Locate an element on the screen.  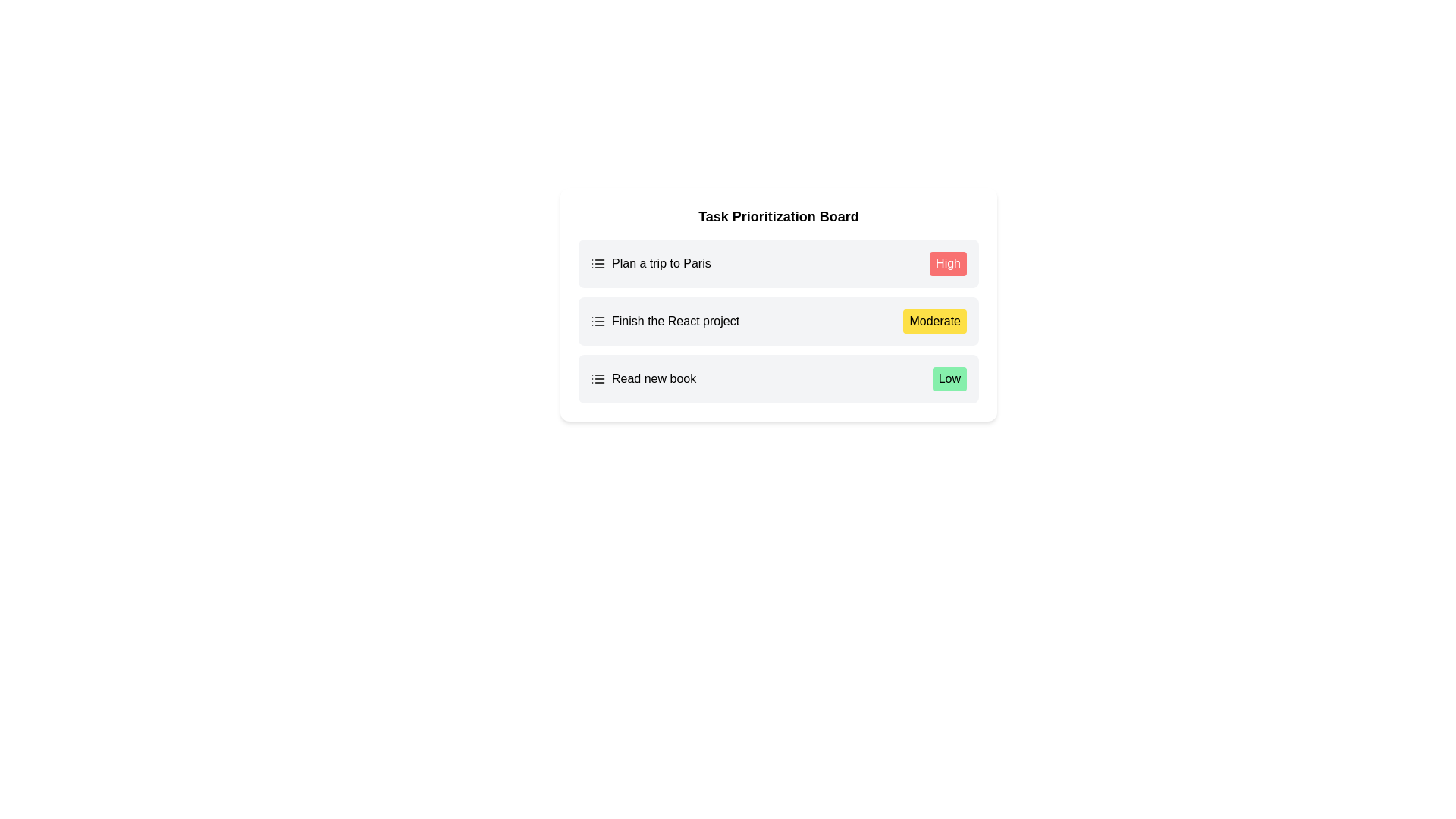
the first entry in the task list within the Task Prioritization Board, which describes a specific task or item is located at coordinates (661, 262).